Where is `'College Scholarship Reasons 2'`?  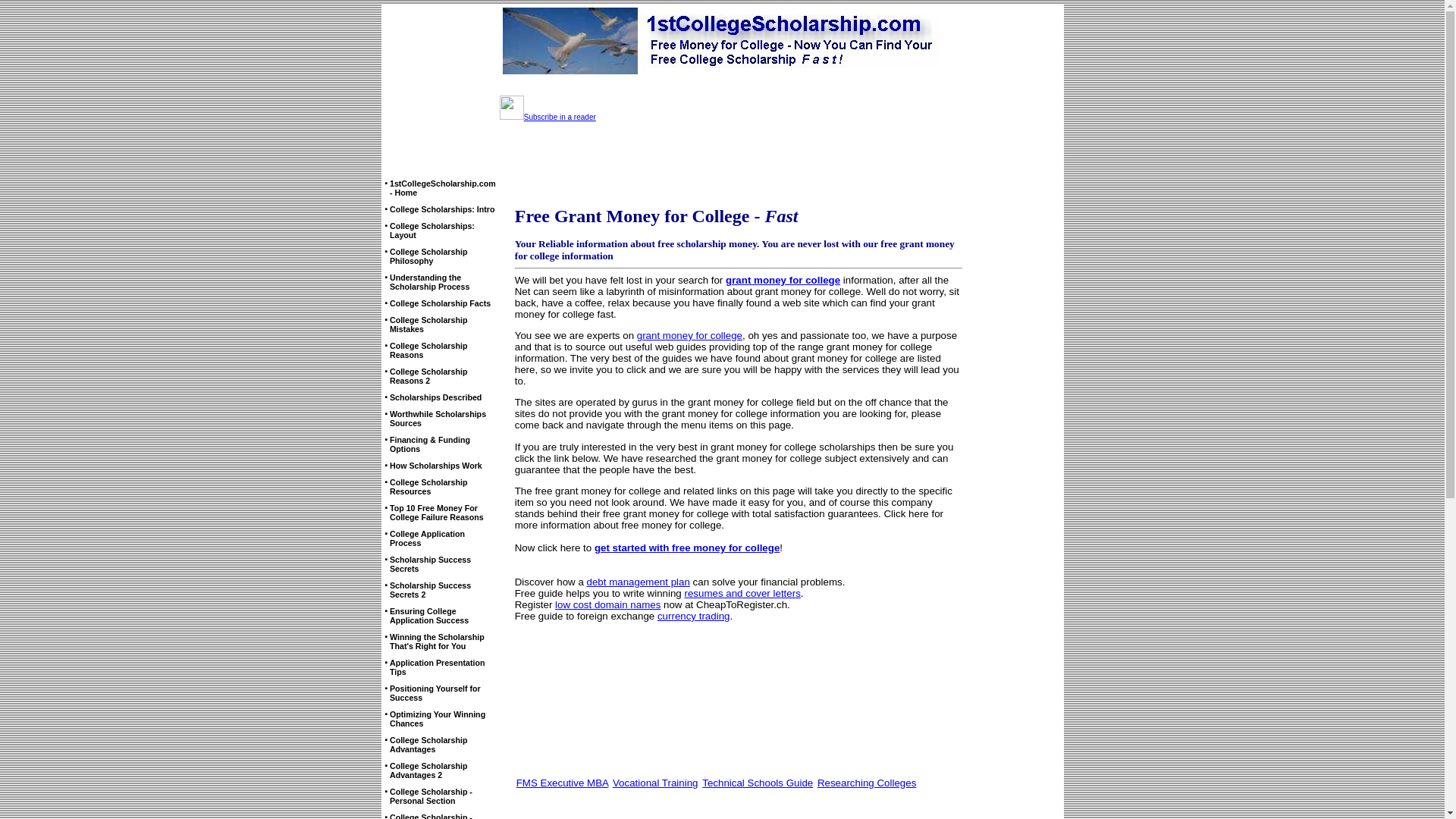
'College Scholarship Reasons 2' is located at coordinates (428, 375).